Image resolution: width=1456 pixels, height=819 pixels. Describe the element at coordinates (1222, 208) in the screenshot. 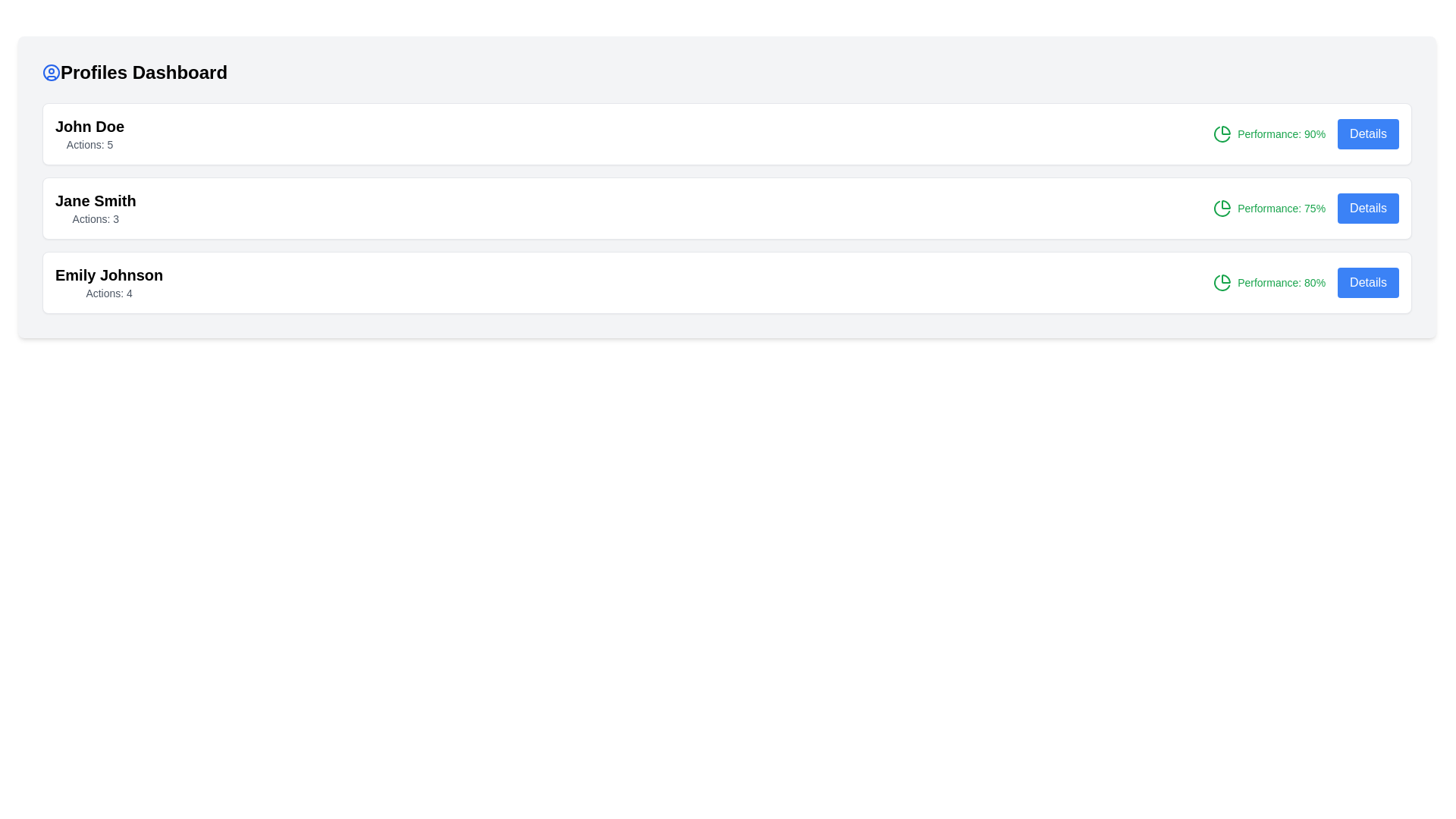

I see `the pie chart icon representing performance metrics for user 'Jane Smith', which visually corresponds to the percentage '75%' displayed next to it` at that location.